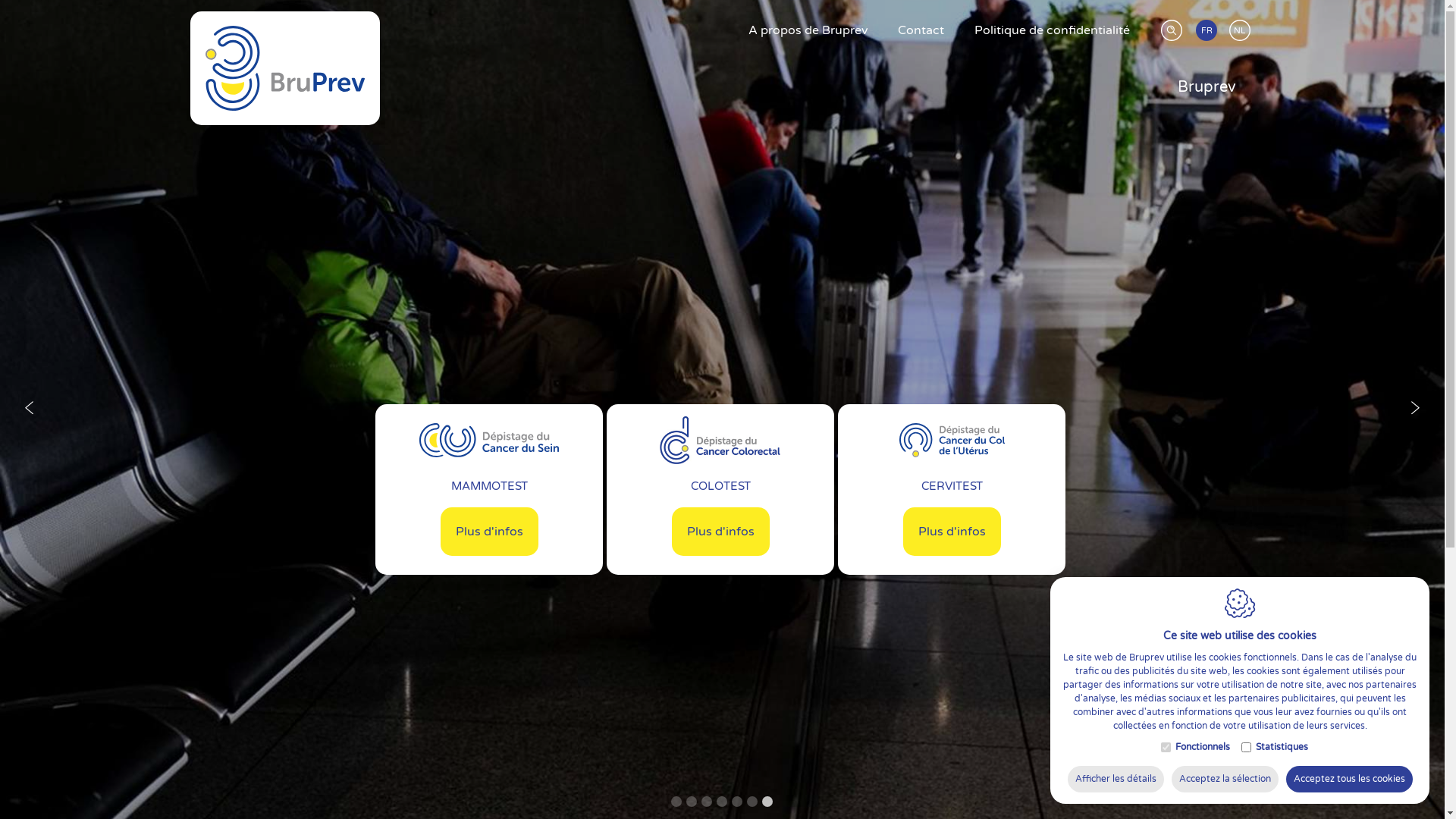  Describe the element at coordinates (950, 489) in the screenshot. I see `'CERVITEST` at that location.